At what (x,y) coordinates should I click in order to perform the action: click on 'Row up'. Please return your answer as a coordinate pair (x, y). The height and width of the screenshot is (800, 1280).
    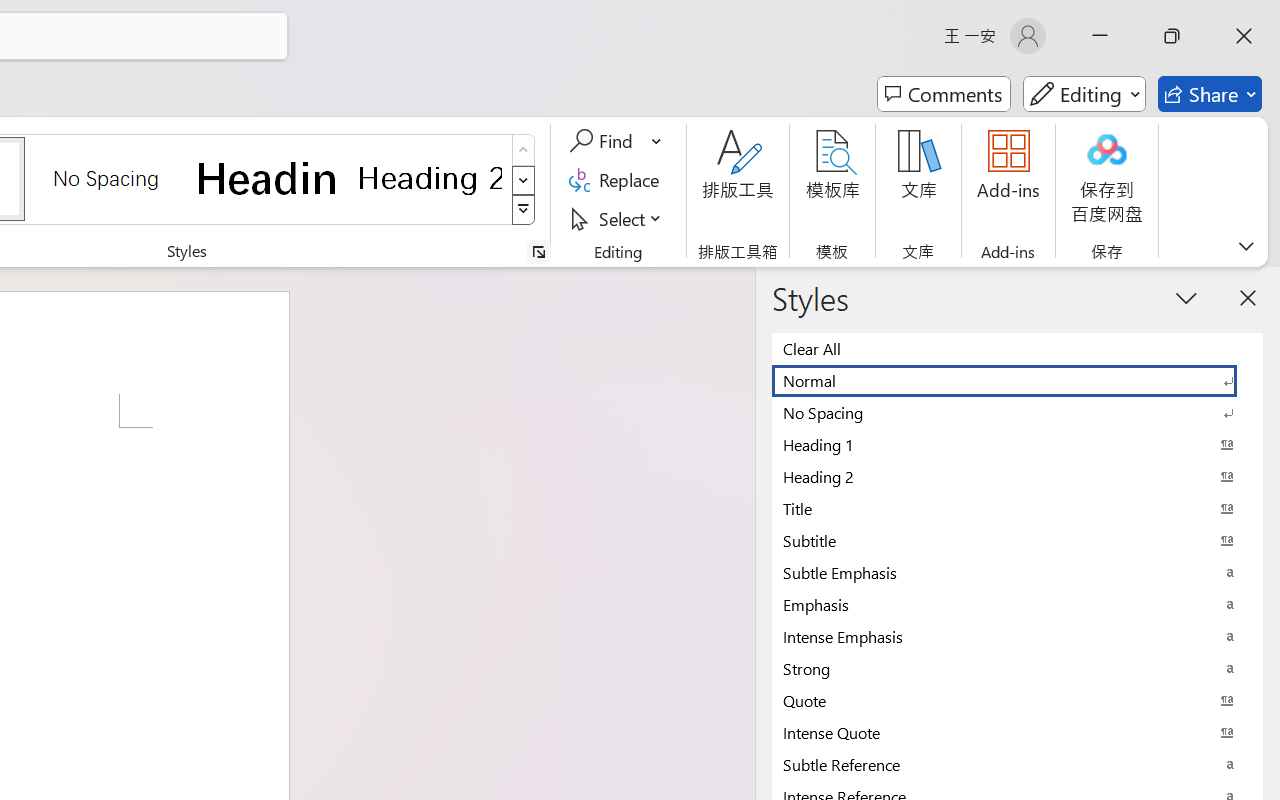
    Looking at the image, I should click on (523, 150).